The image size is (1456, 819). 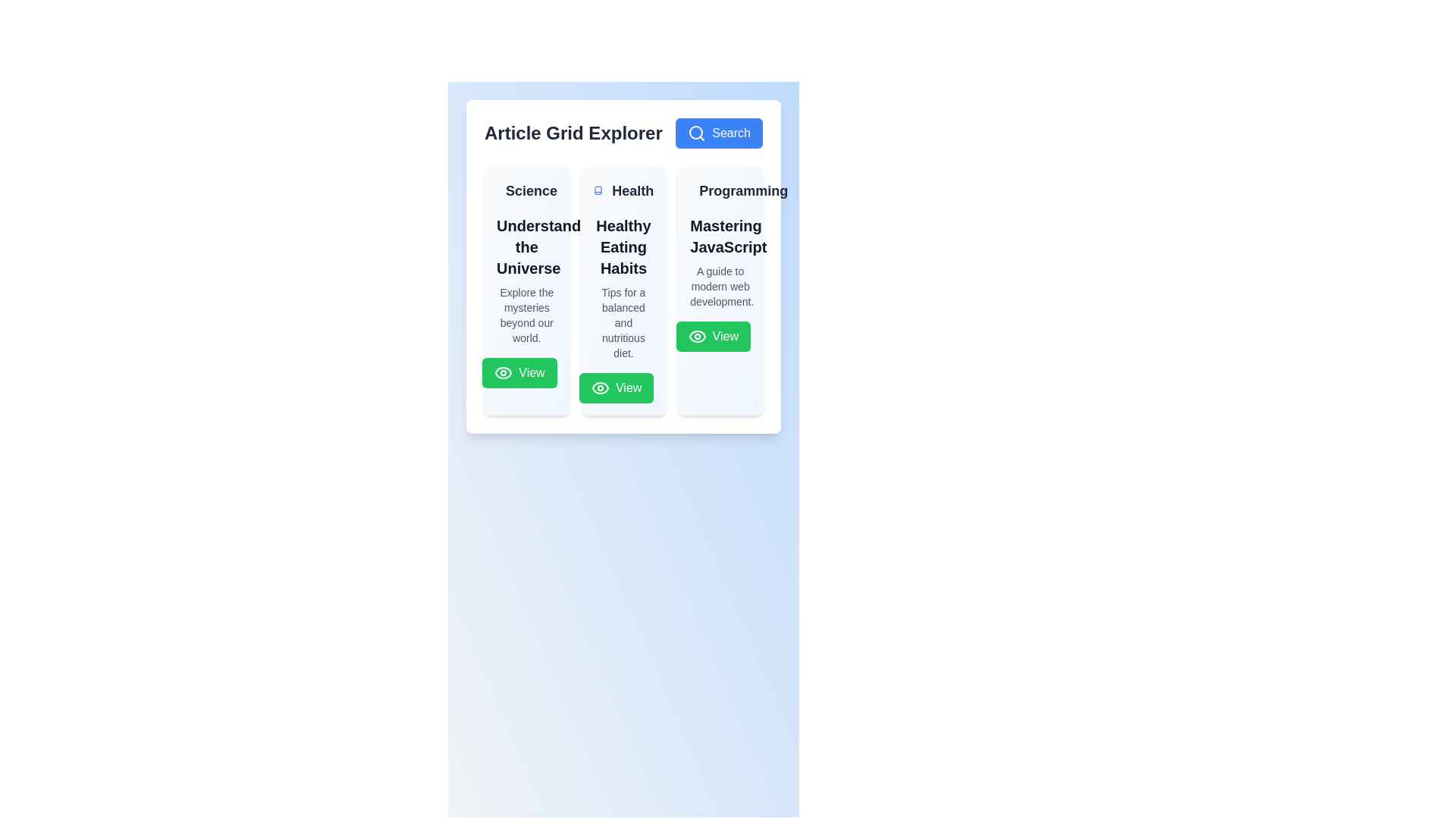 I want to click on the decorative 'Health' icon located in the middle column, positioned left to the 'Health' label and centered vertically with it, so click(x=597, y=190).